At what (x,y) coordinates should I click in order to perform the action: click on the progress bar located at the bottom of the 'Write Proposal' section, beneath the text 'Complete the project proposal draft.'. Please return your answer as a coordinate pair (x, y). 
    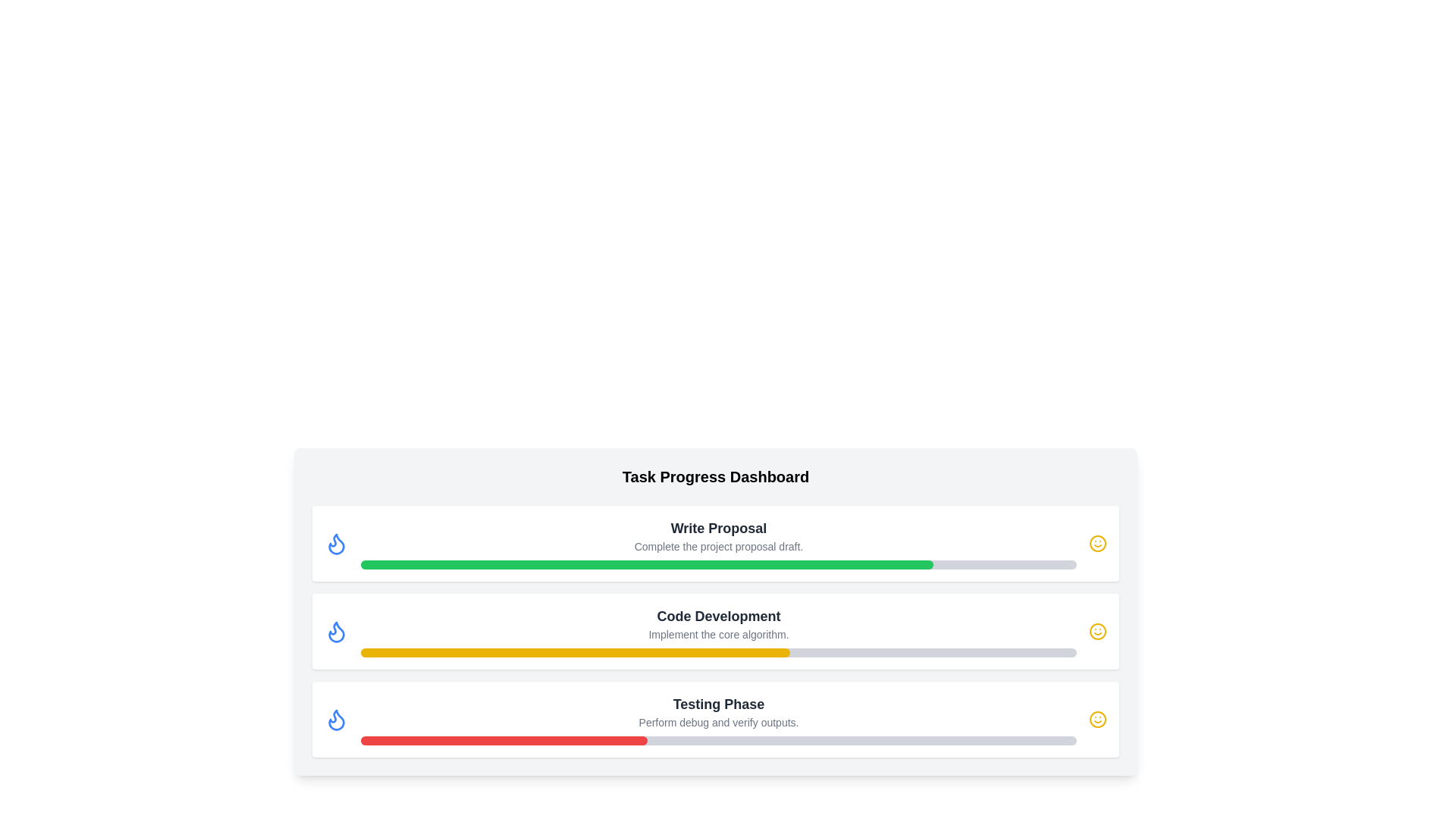
    Looking at the image, I should click on (718, 564).